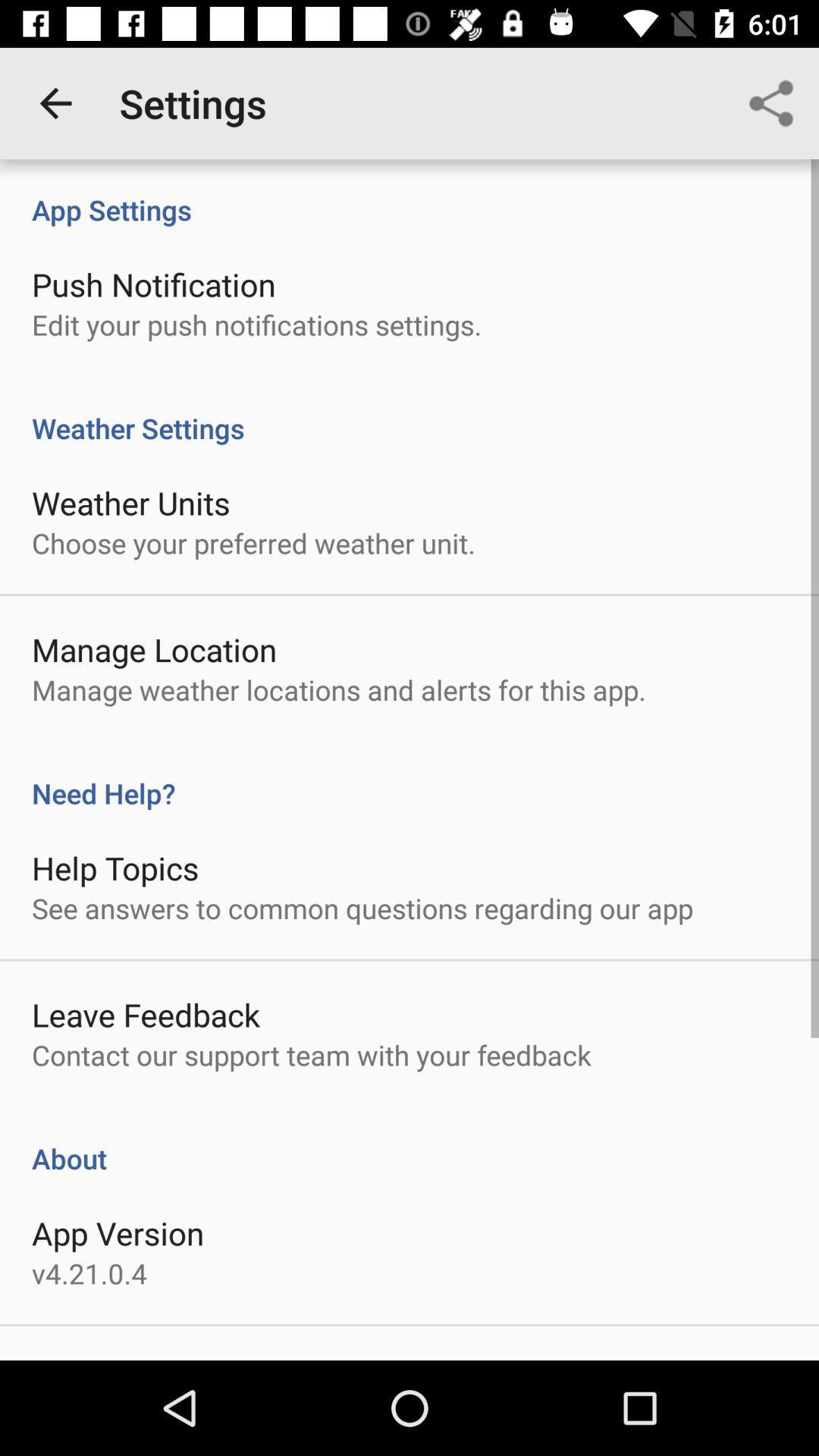 Image resolution: width=819 pixels, height=1456 pixels. I want to click on app settings icon, so click(409, 193).